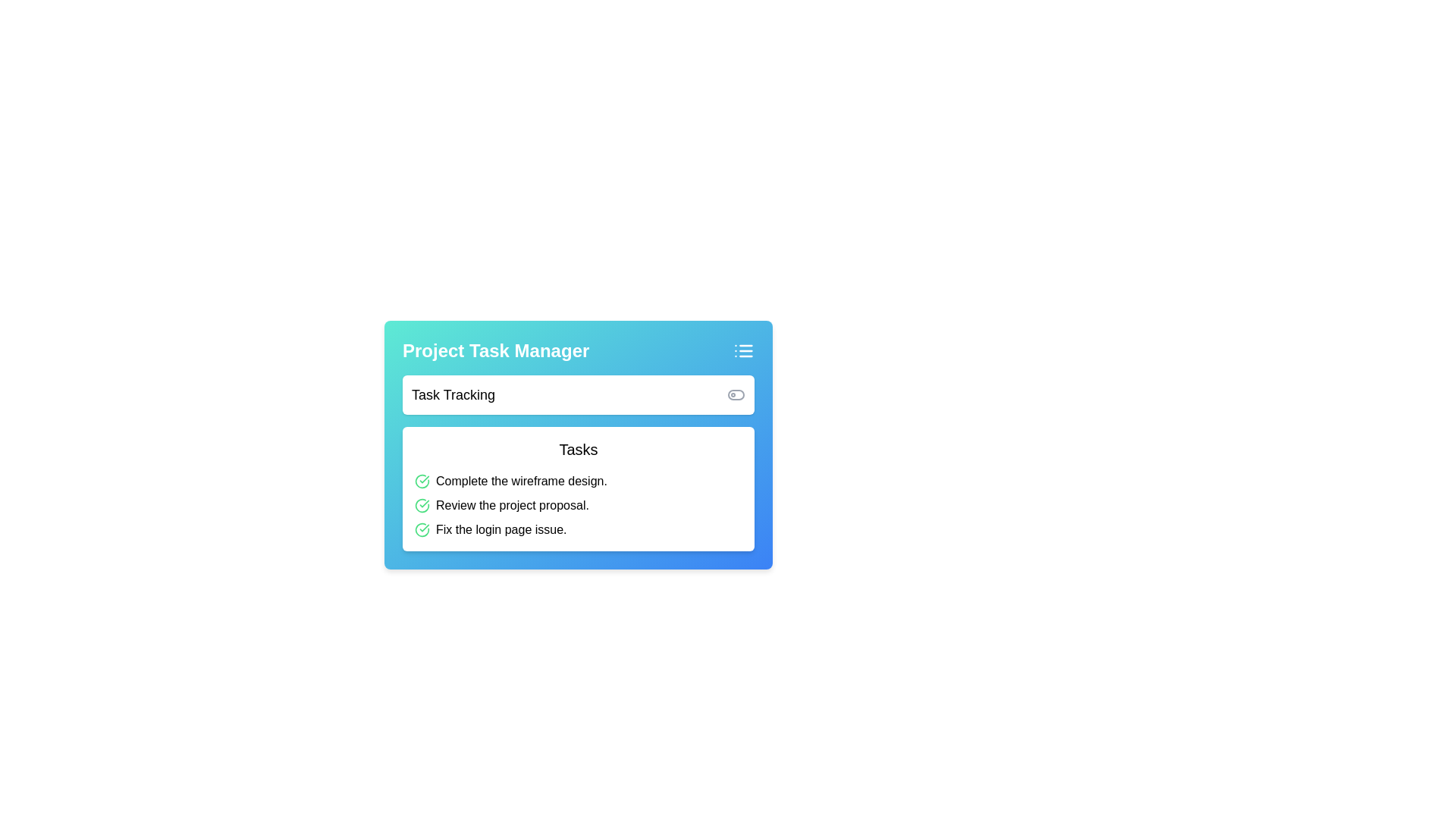 This screenshot has height=819, width=1456. I want to click on the text label 'Complete the wireframe design.' which is positioned next to a green checkmark icon to possibly trigger the corresponding action, so click(578, 482).